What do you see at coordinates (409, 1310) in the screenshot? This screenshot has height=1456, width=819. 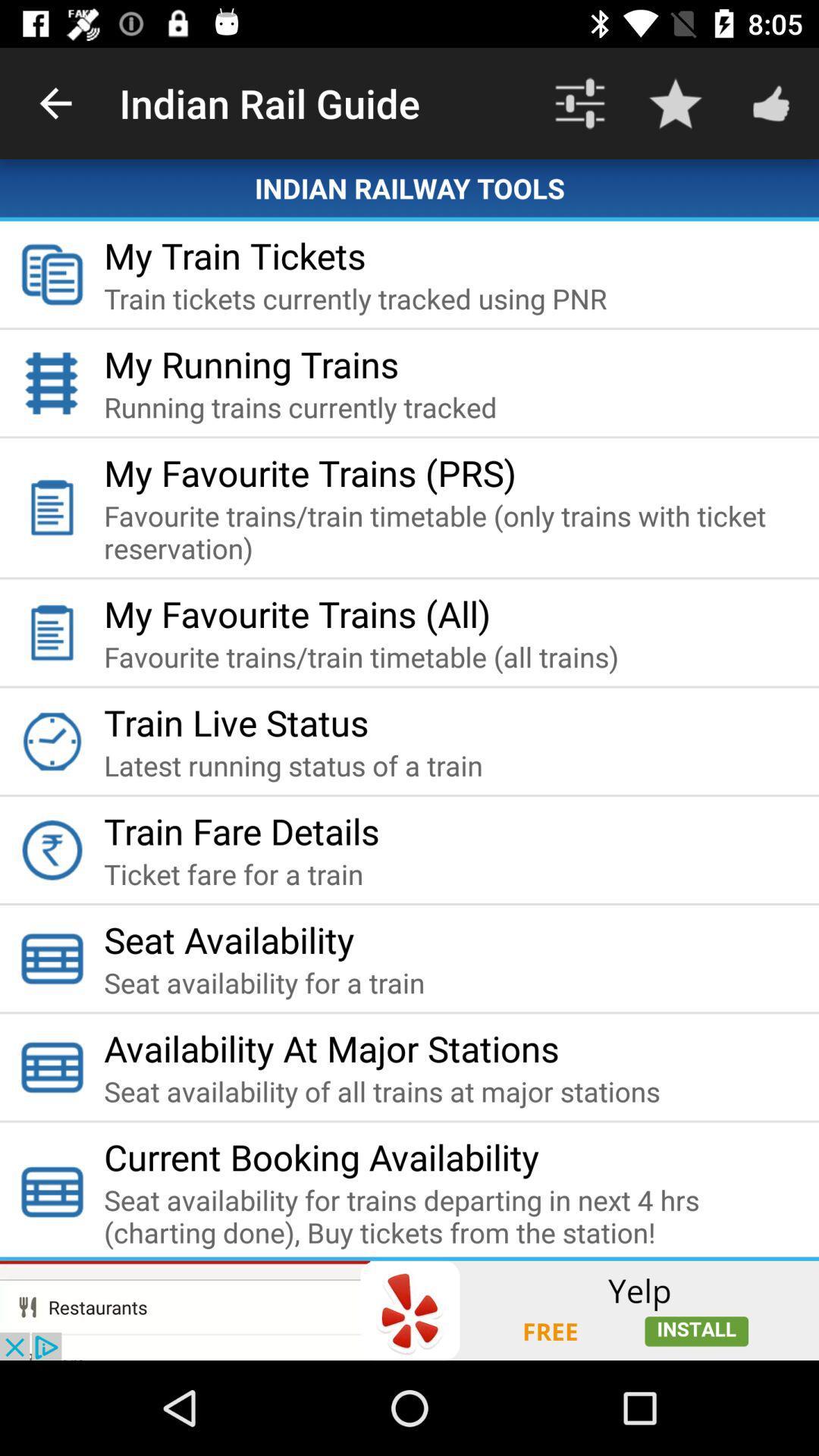 I see `advertisement area` at bounding box center [409, 1310].